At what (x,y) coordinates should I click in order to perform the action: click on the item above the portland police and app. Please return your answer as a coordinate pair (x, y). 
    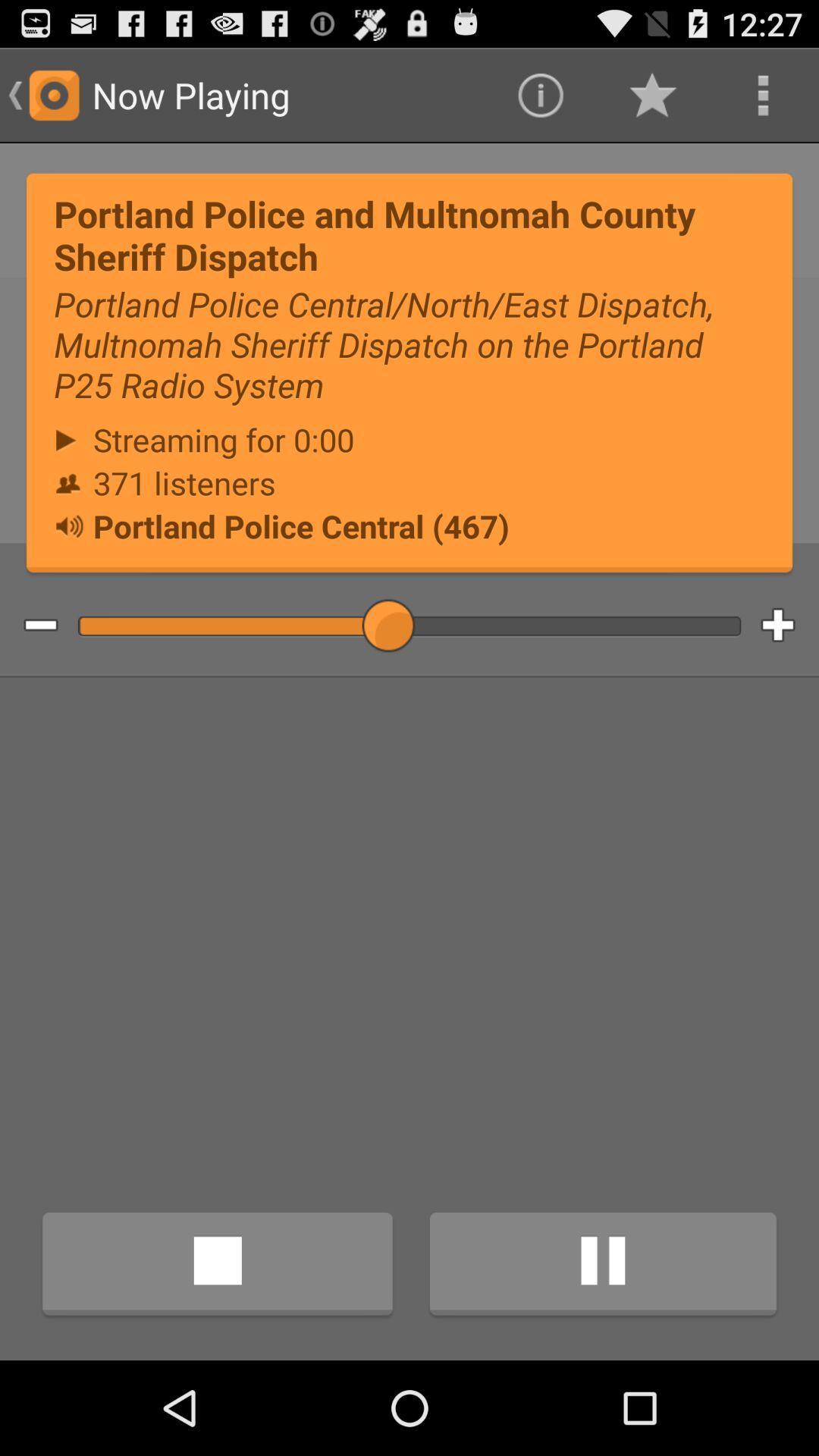
    Looking at the image, I should click on (763, 94).